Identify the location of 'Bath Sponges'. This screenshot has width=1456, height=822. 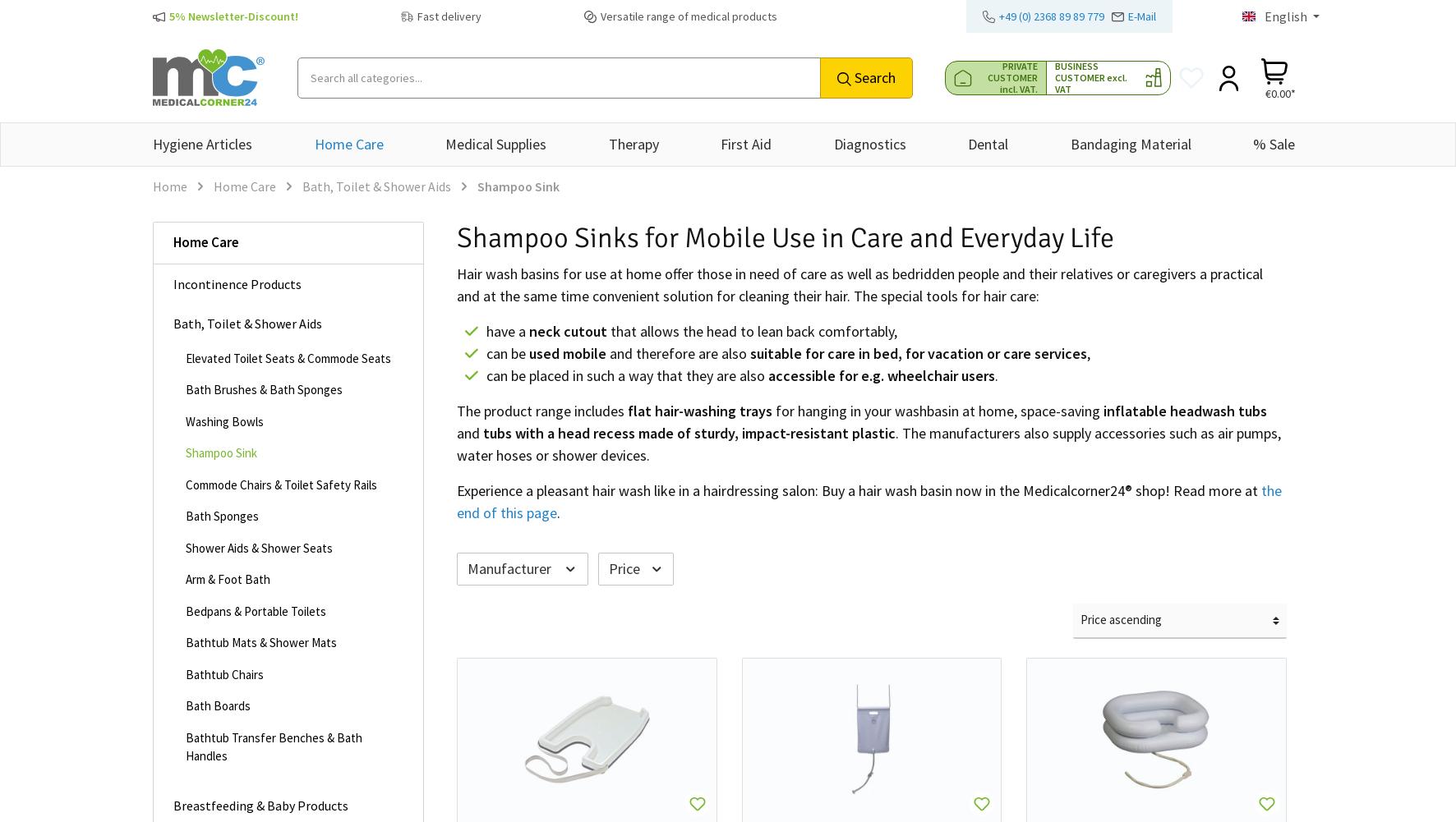
(221, 516).